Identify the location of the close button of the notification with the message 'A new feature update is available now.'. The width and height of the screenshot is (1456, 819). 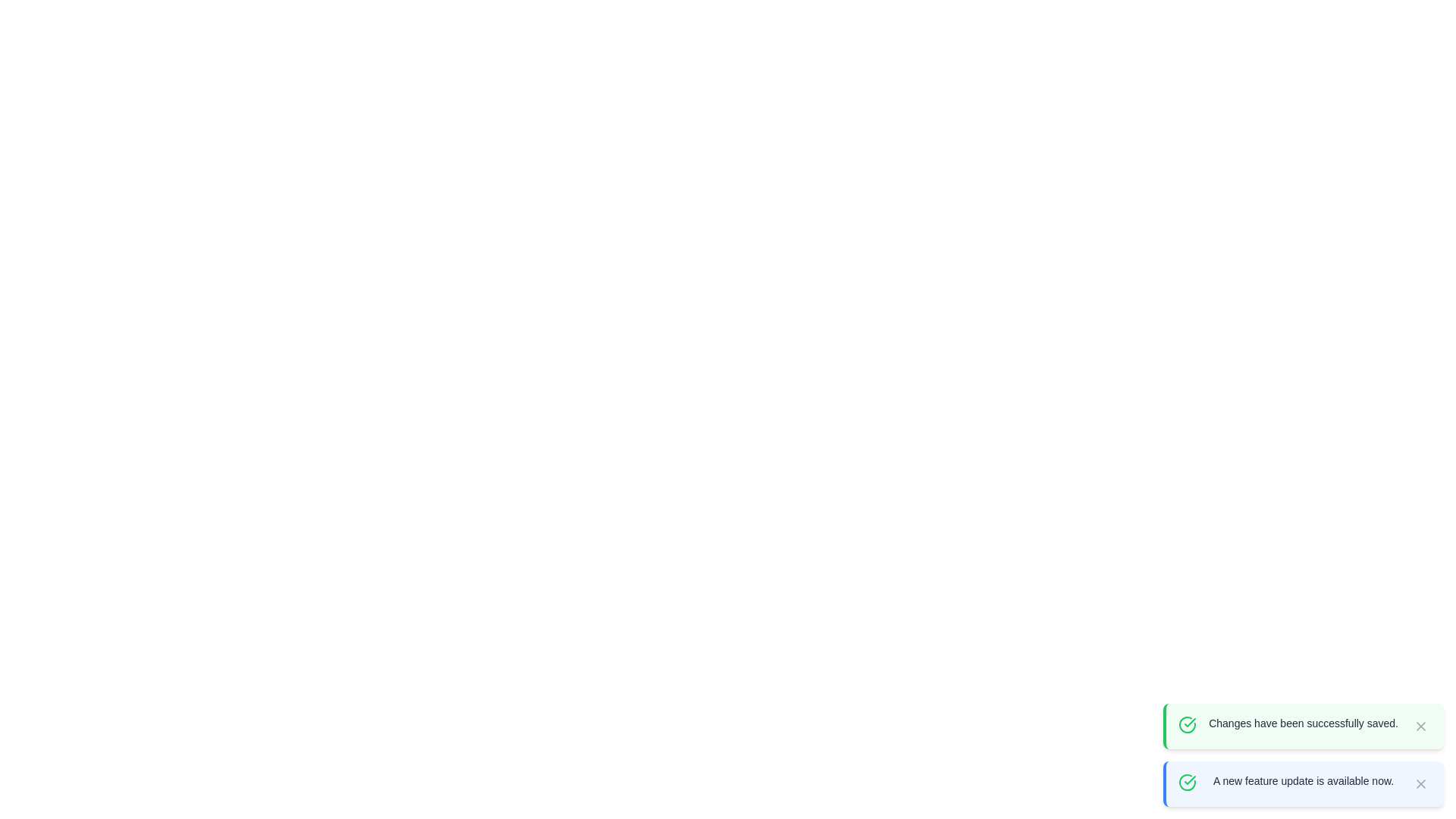
(1420, 783).